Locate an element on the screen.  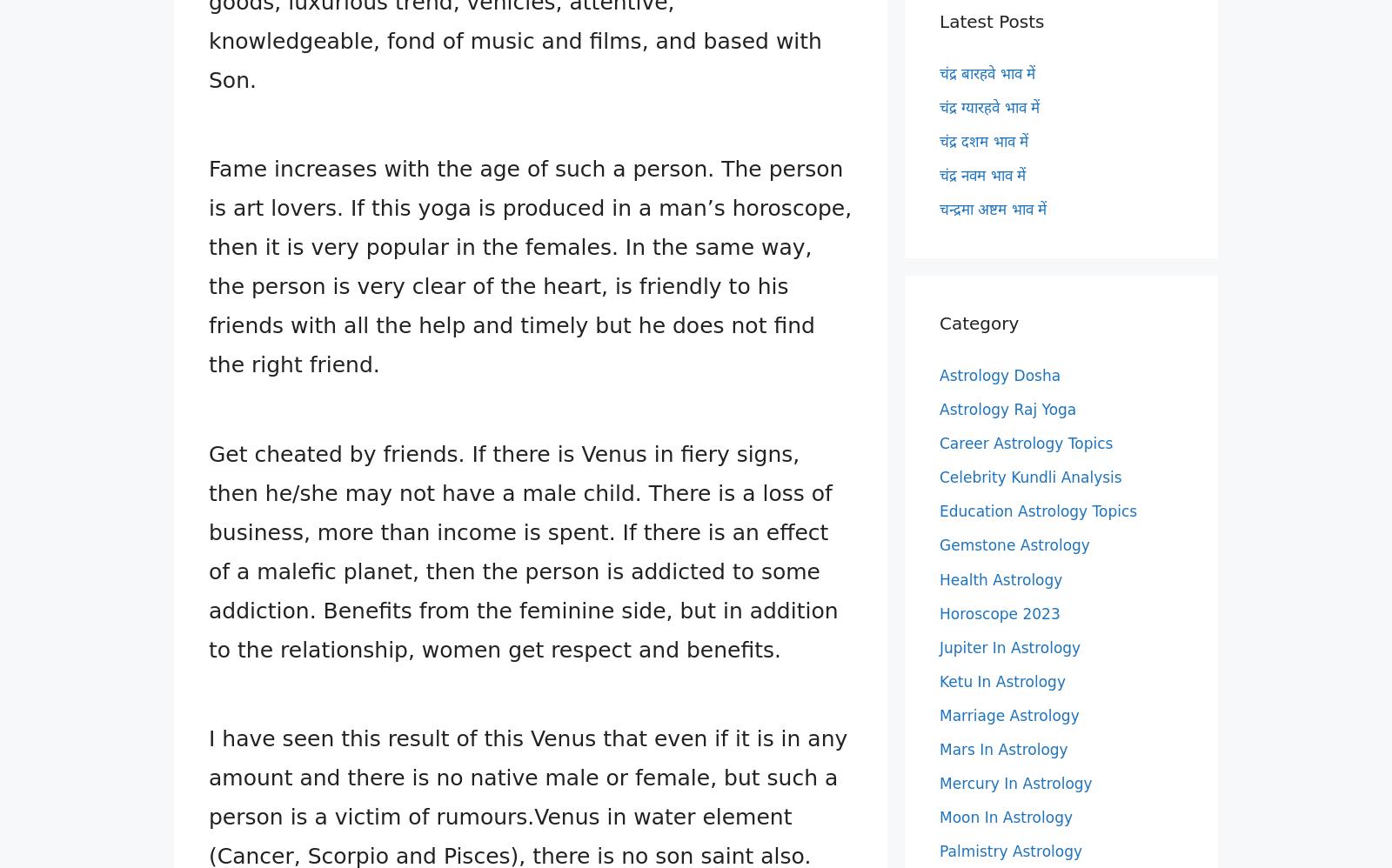
'Category' is located at coordinates (979, 321).